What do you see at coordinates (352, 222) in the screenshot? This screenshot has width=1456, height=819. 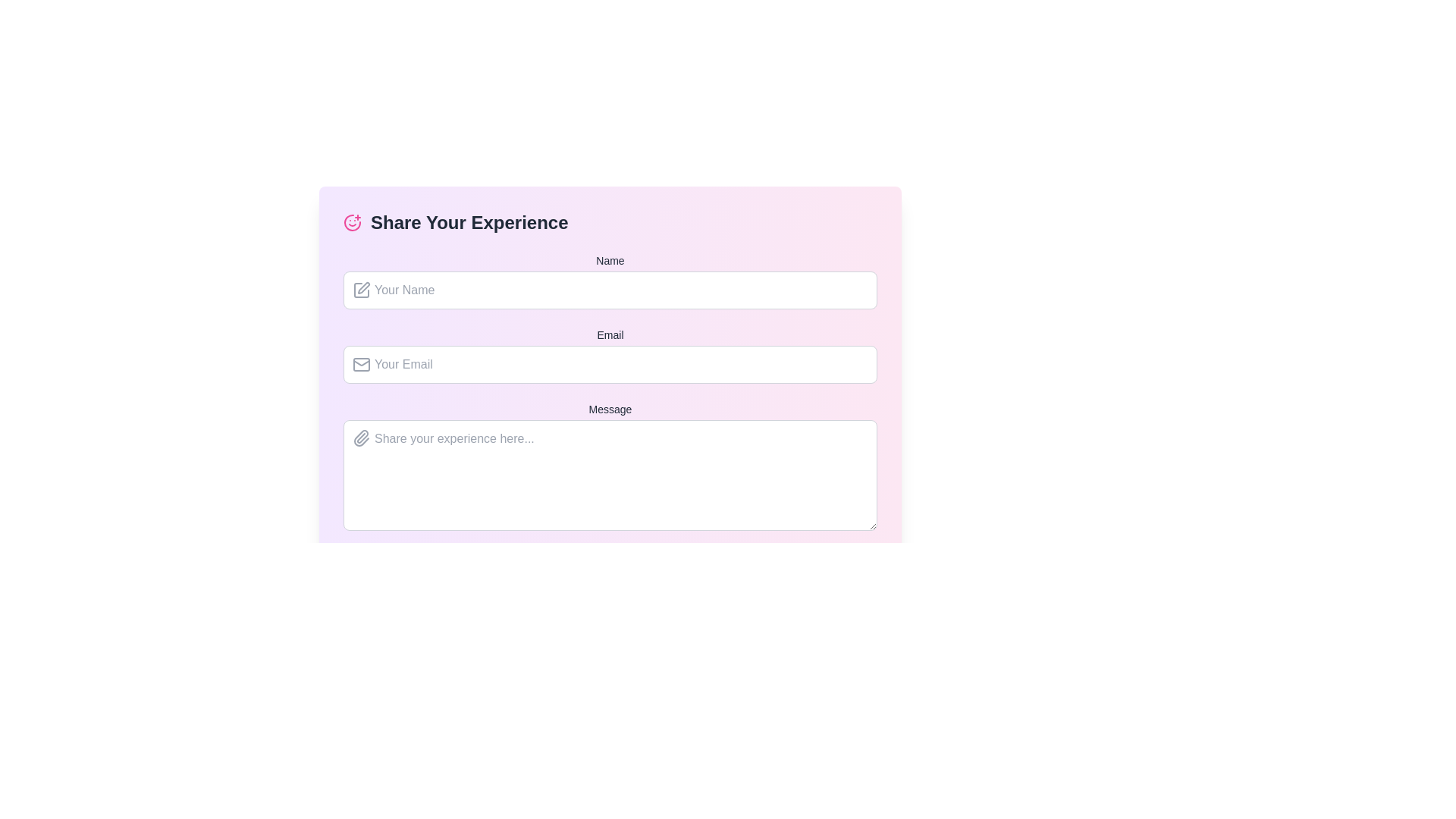 I see `the decorative graphic element within the pink circular icon located at the top left of the 'Share Your Experience' form` at bounding box center [352, 222].